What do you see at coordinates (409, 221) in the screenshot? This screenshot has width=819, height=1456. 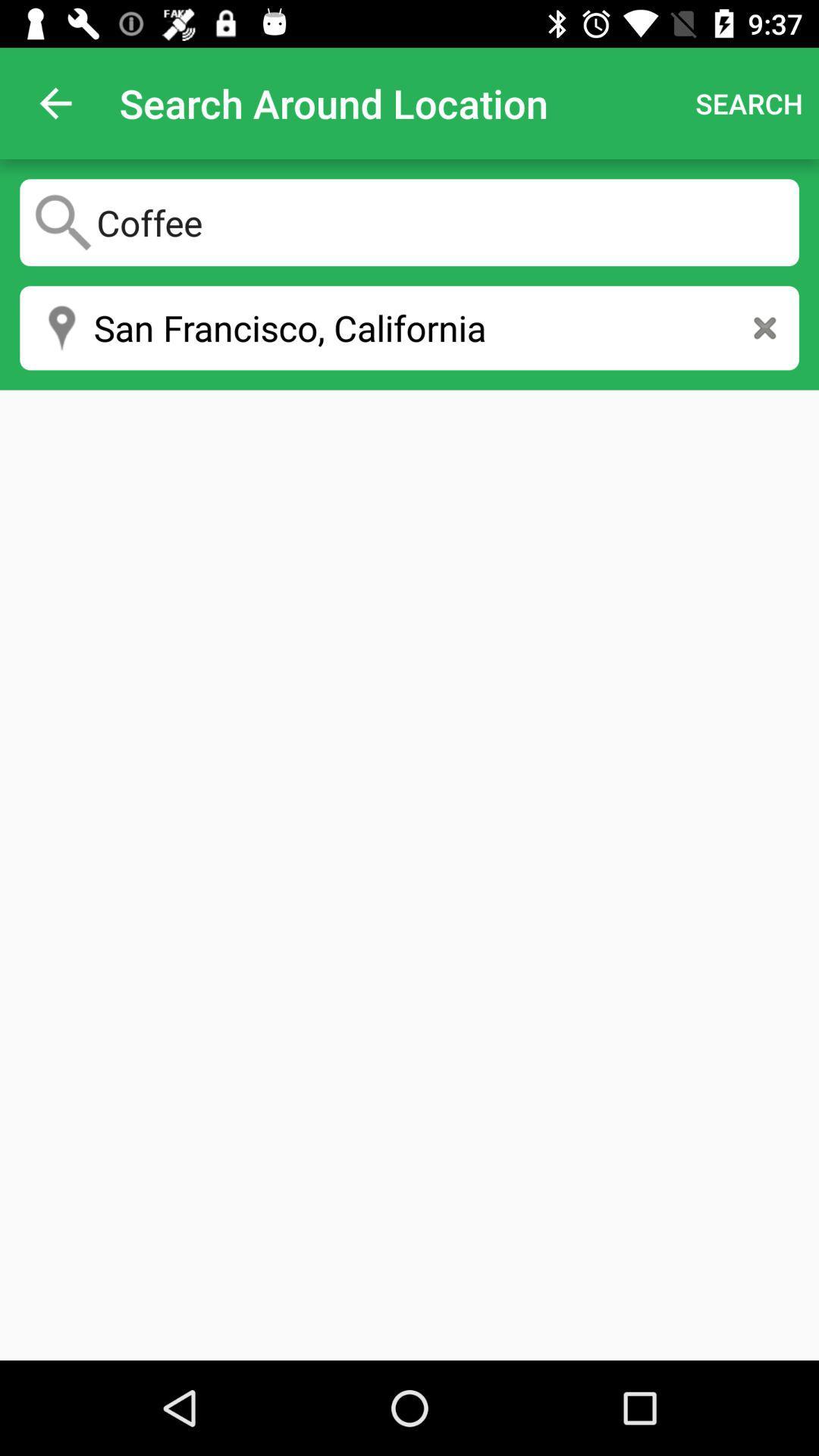 I see `the icon above san francisco, california item` at bounding box center [409, 221].